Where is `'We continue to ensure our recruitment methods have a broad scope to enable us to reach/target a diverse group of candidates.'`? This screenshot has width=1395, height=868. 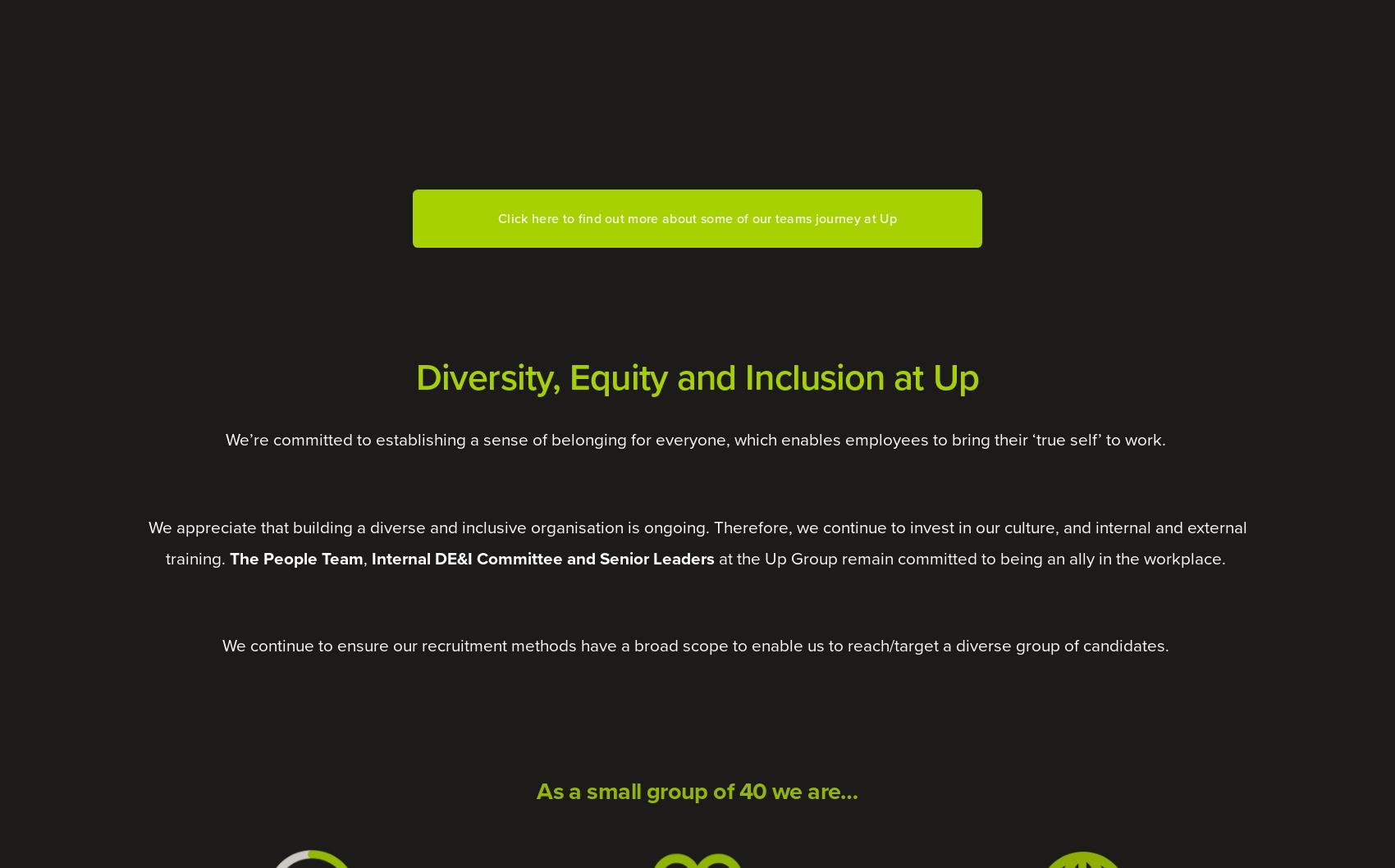 'We continue to ensure our recruitment methods have a broad scope to enable us to reach/target a diverse group of candidates.' is located at coordinates (221, 646).